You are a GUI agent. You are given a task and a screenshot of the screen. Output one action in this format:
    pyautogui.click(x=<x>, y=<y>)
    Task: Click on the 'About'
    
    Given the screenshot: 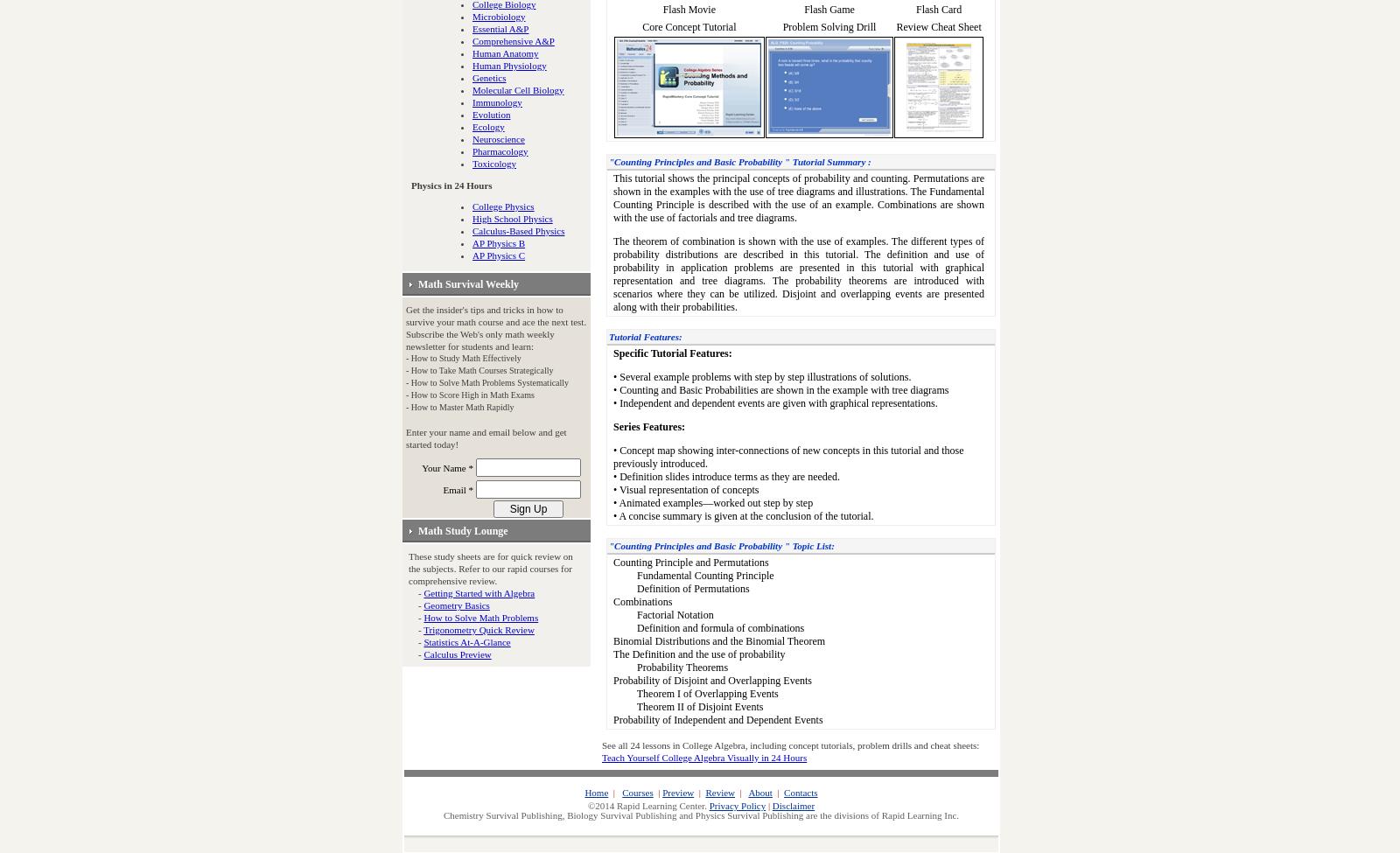 What is the action you would take?
    pyautogui.click(x=759, y=791)
    